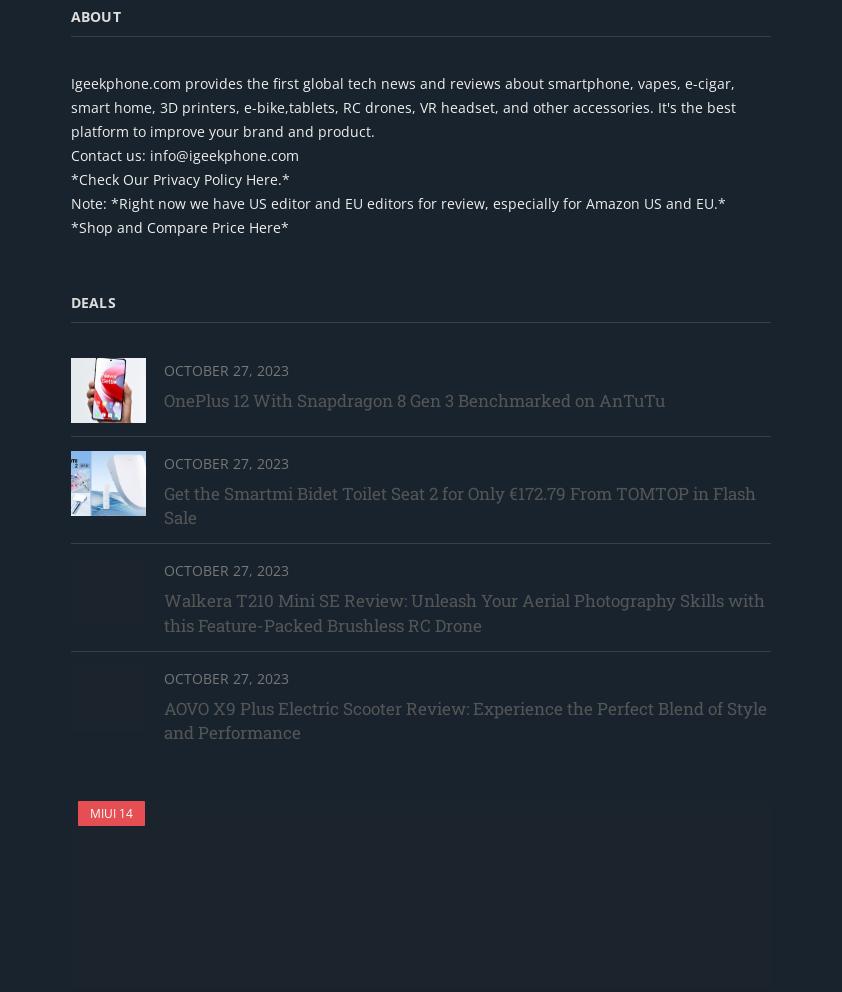 The height and width of the screenshot is (992, 842). What do you see at coordinates (110, 812) in the screenshot?
I see `'MIUI 14'` at bounding box center [110, 812].